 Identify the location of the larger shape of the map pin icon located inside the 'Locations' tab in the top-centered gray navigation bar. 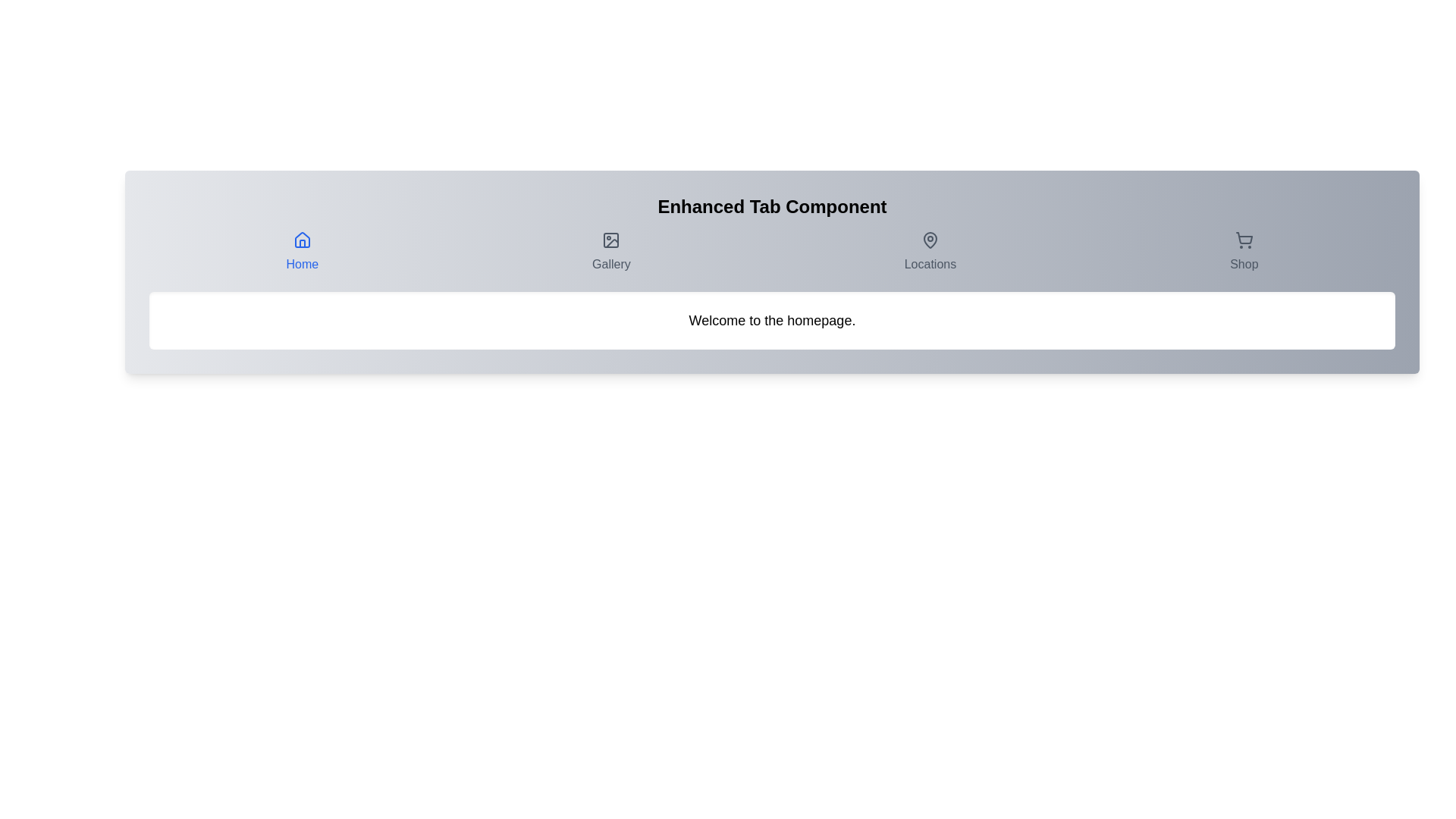
(929, 239).